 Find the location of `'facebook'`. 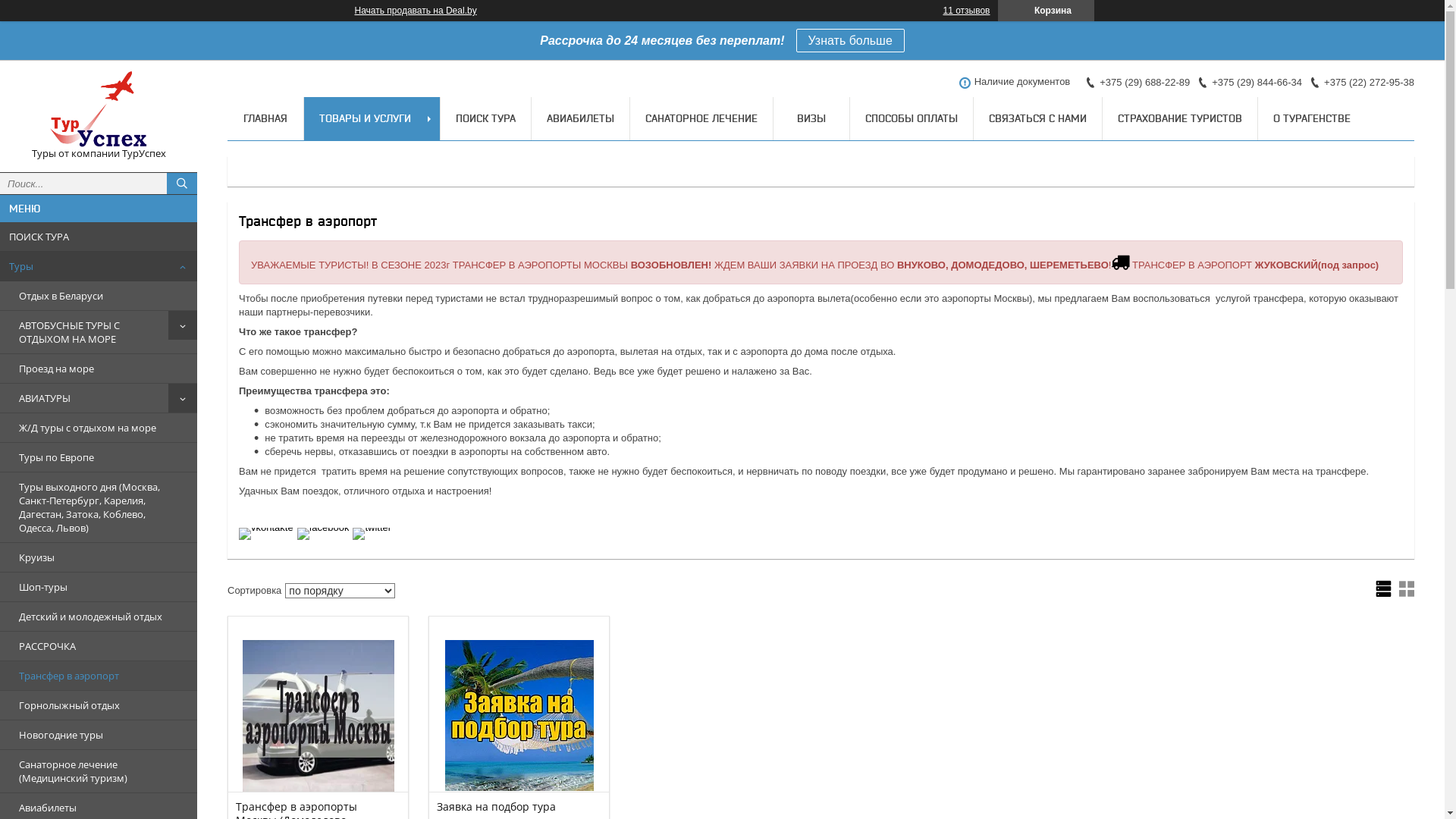

'facebook' is located at coordinates (322, 526).